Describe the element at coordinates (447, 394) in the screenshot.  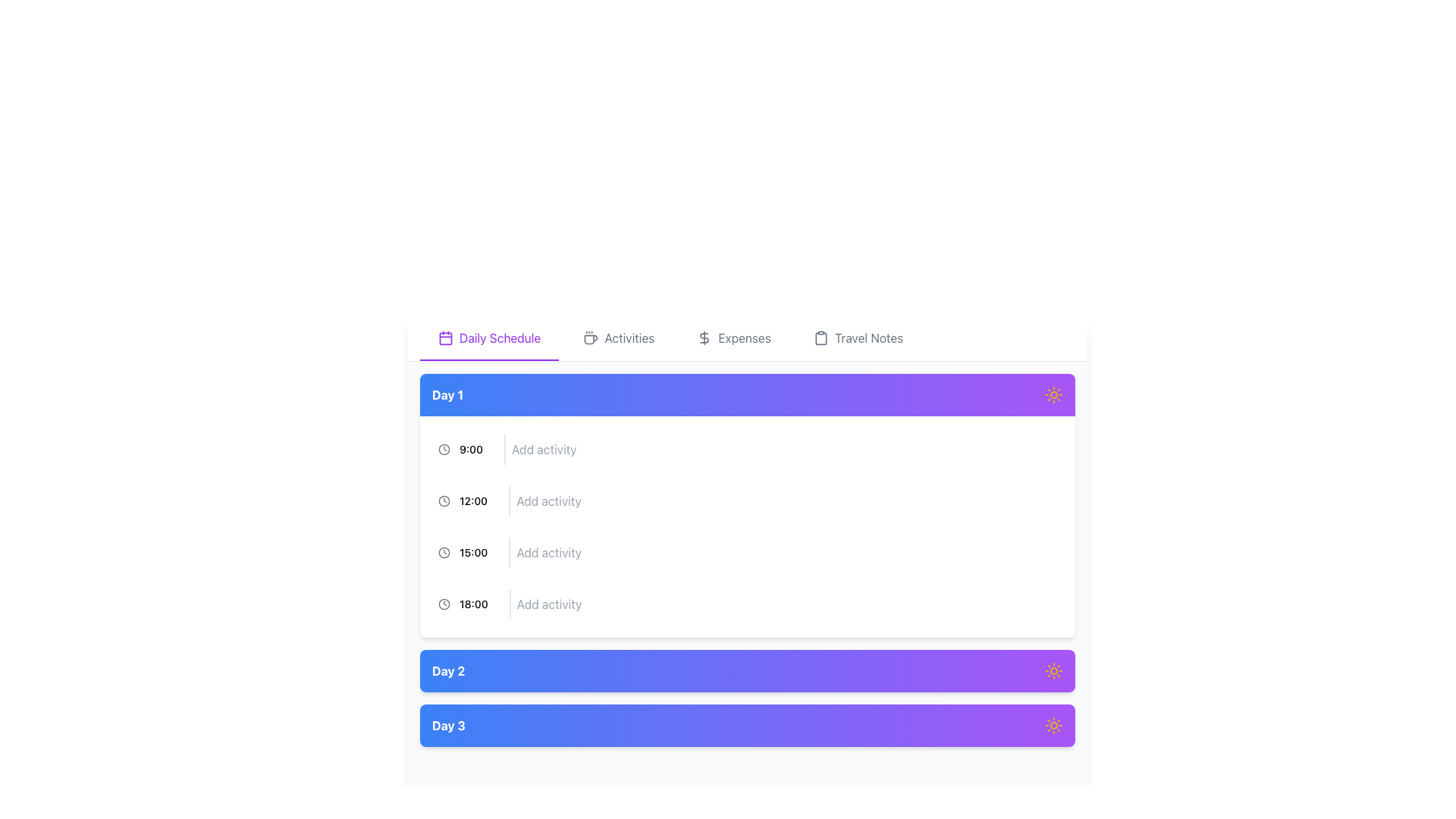
I see `the Text label that indicates the specific day of the schedule, positioned at the top-left of the blue gradient header, before the sun icon` at that location.